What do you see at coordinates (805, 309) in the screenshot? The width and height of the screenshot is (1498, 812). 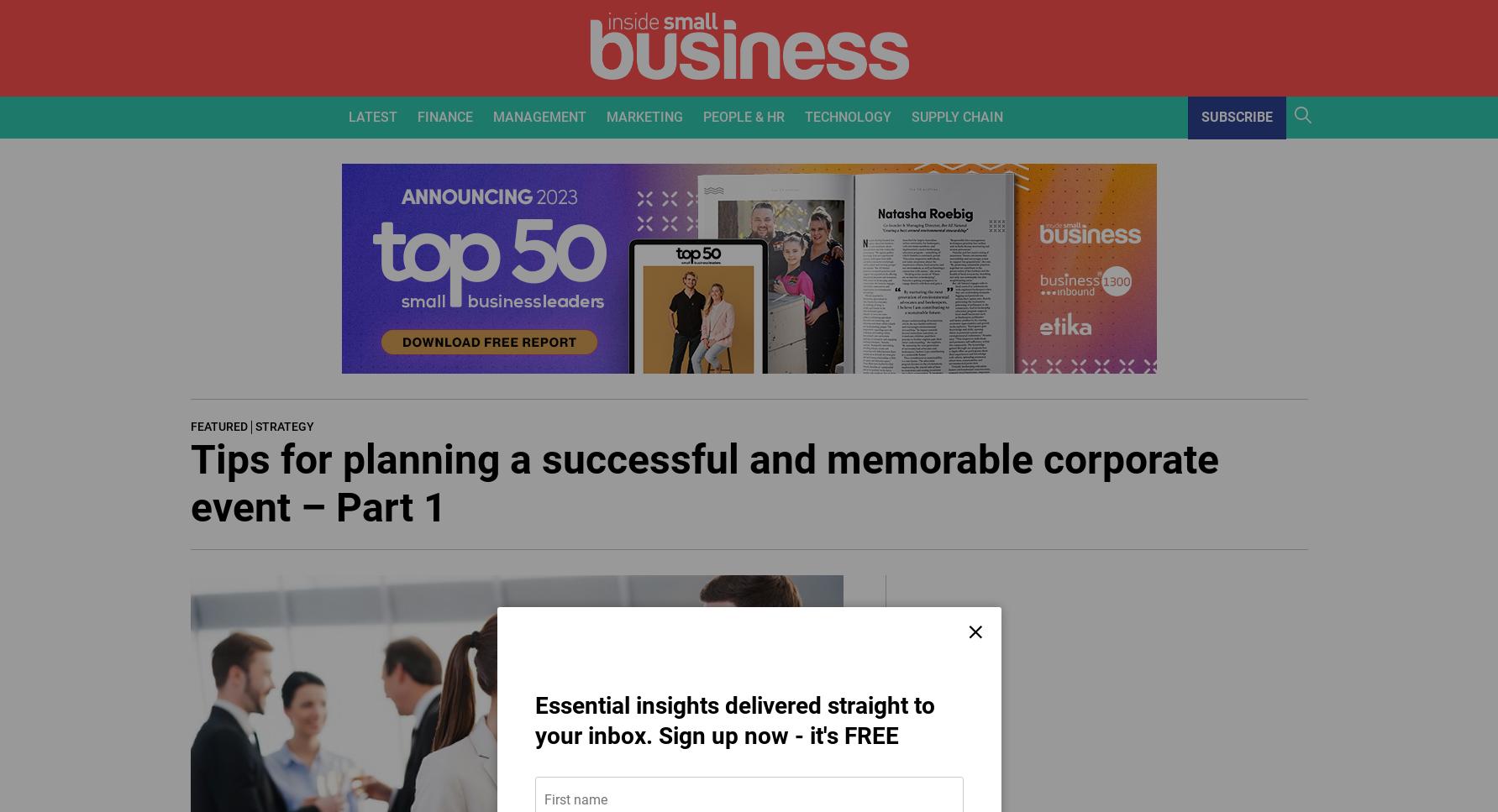 I see `'Systems & Software'` at bounding box center [805, 309].